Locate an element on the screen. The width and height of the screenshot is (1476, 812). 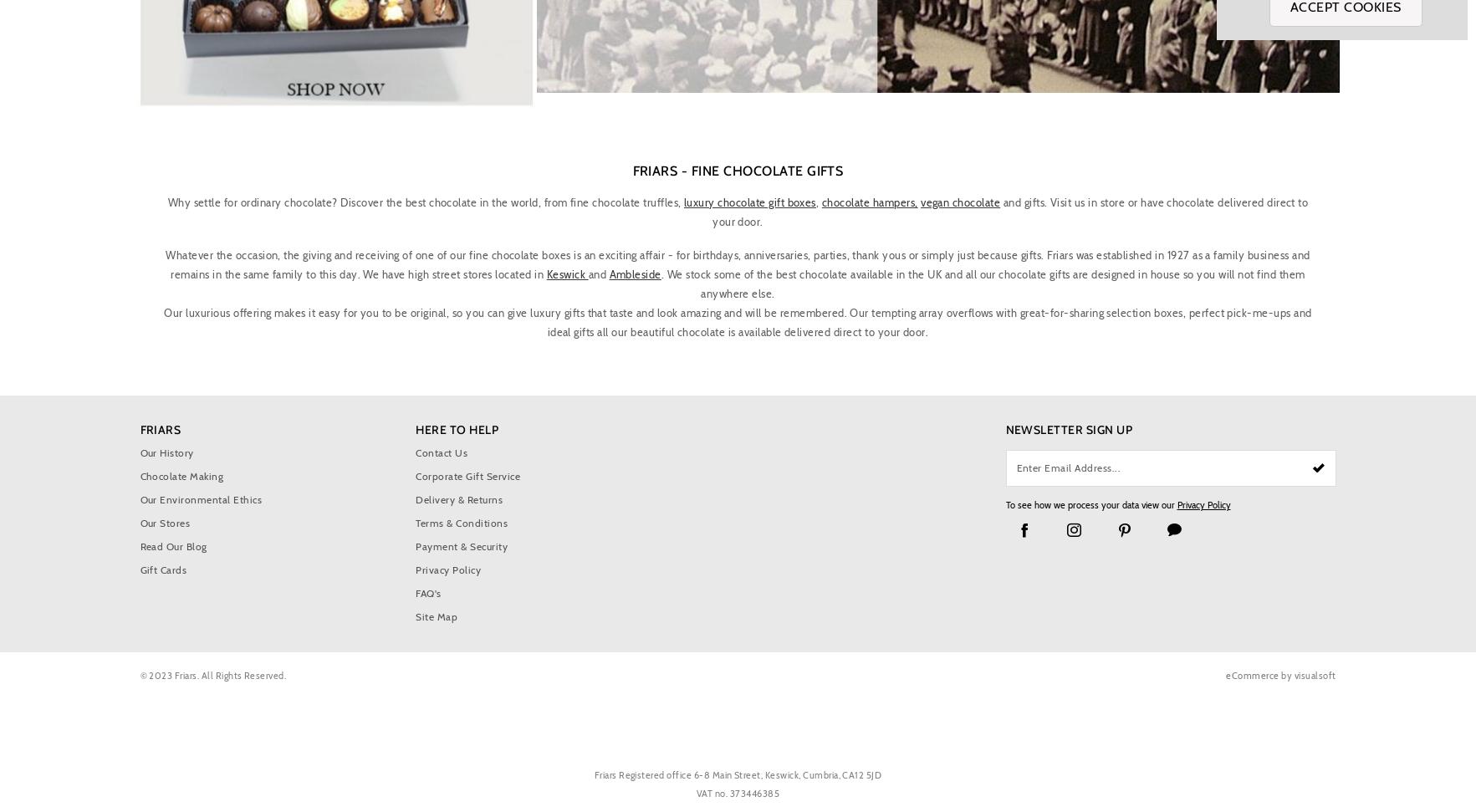
'Read Our Blog' is located at coordinates (172, 546).